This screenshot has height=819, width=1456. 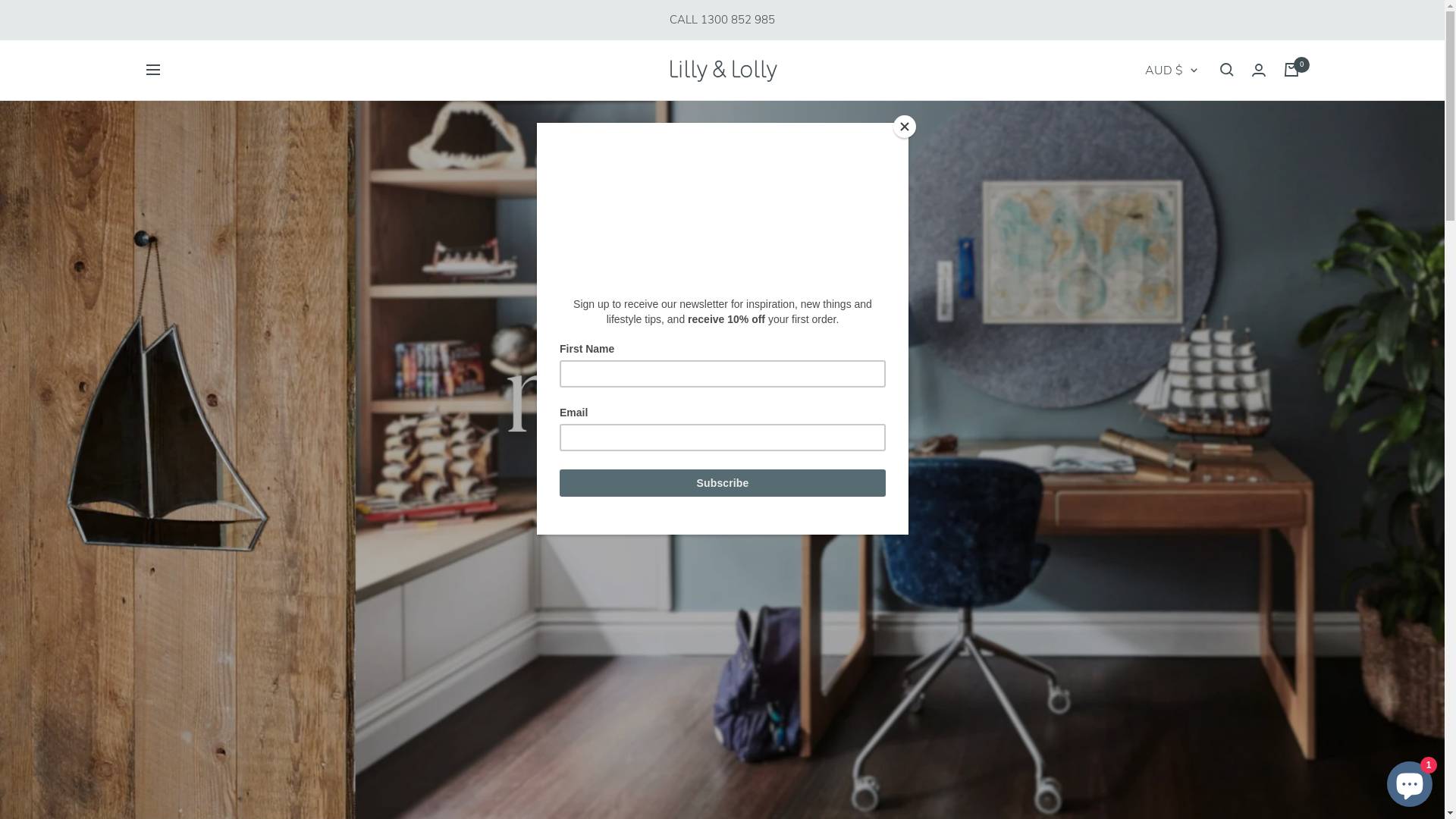 I want to click on 'Shopify online store chat', so click(x=1408, y=780).